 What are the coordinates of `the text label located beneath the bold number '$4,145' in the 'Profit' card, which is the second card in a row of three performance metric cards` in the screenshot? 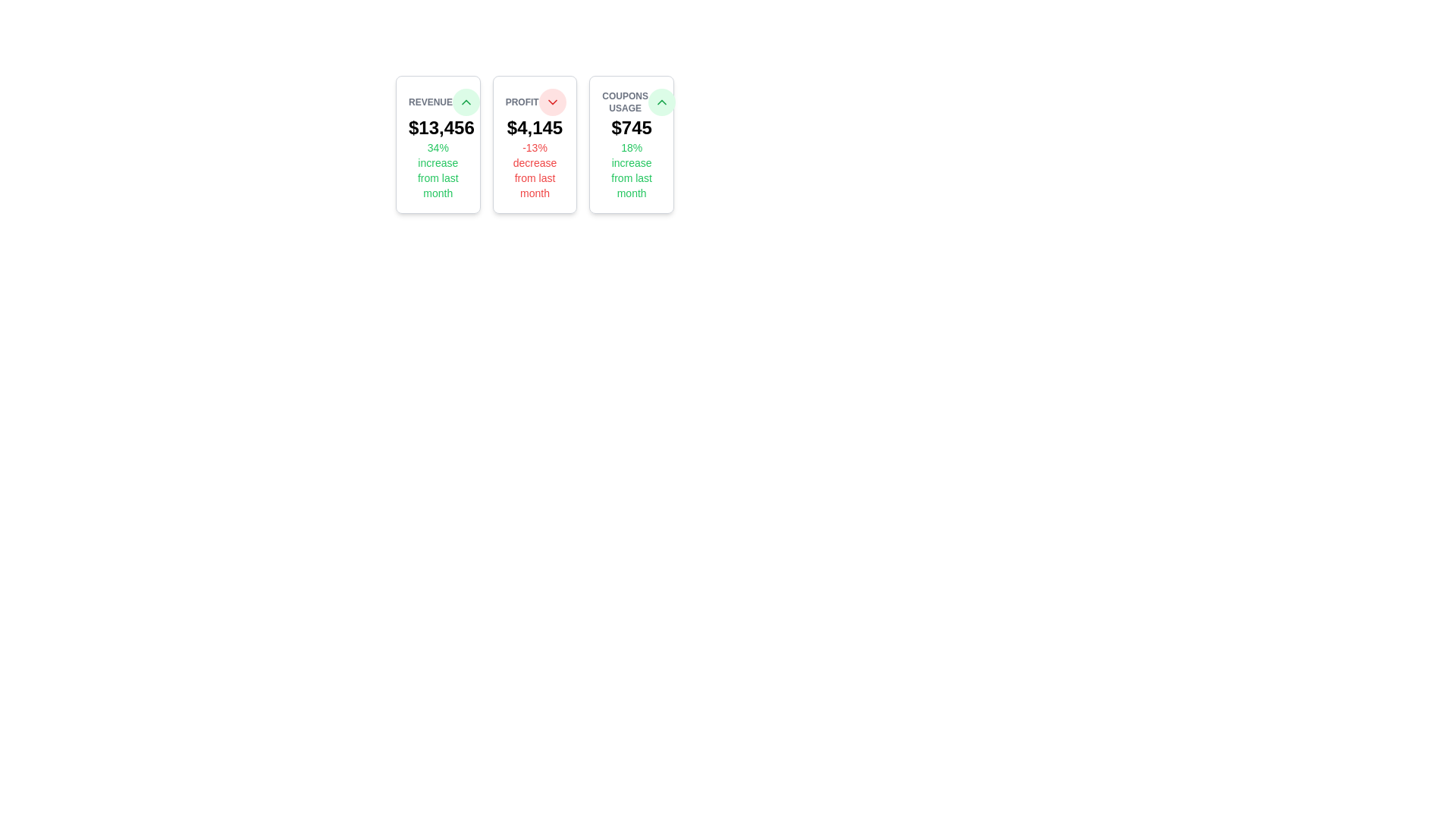 It's located at (535, 170).